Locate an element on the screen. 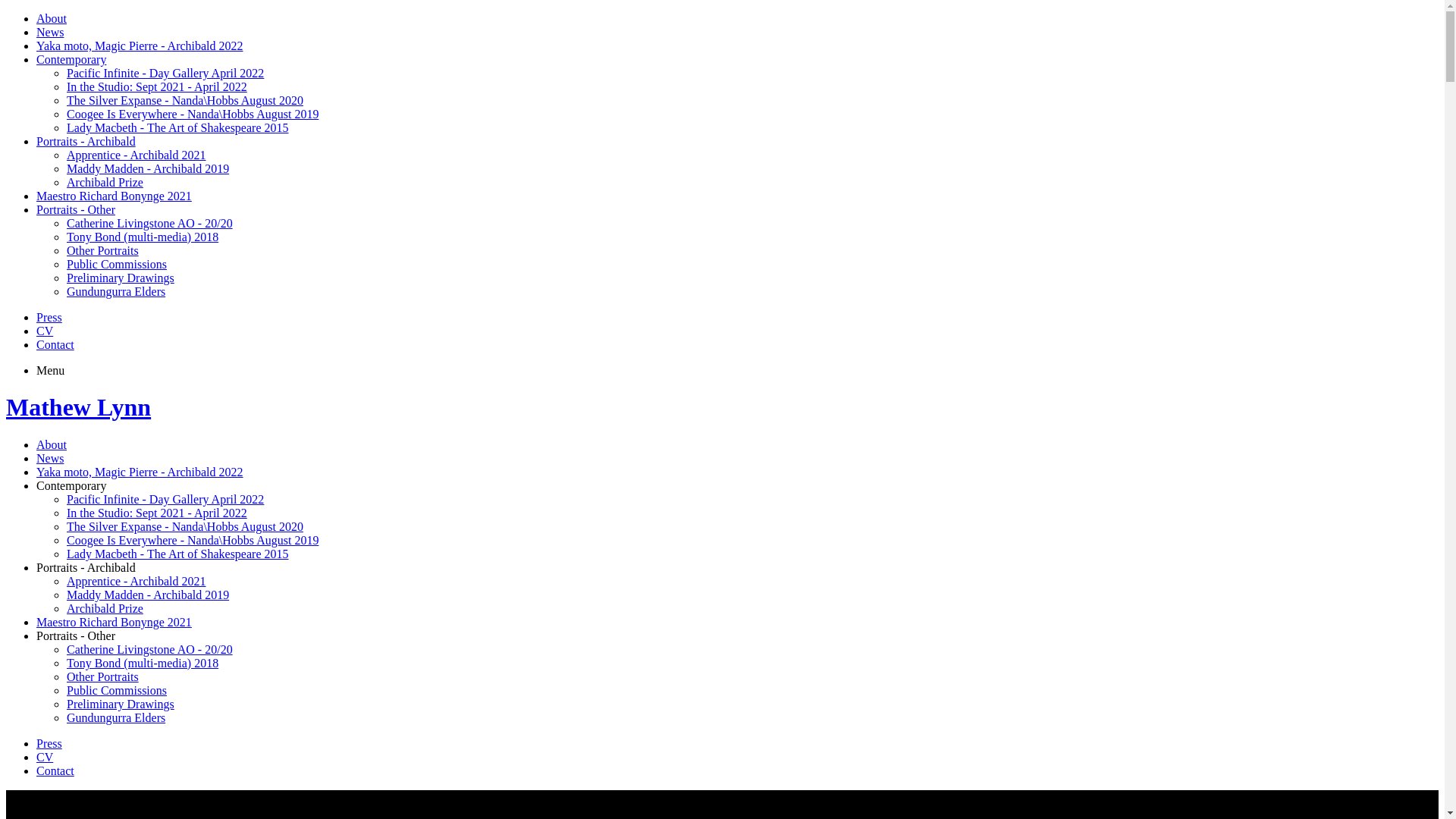  'Contemporary' is located at coordinates (71, 485).